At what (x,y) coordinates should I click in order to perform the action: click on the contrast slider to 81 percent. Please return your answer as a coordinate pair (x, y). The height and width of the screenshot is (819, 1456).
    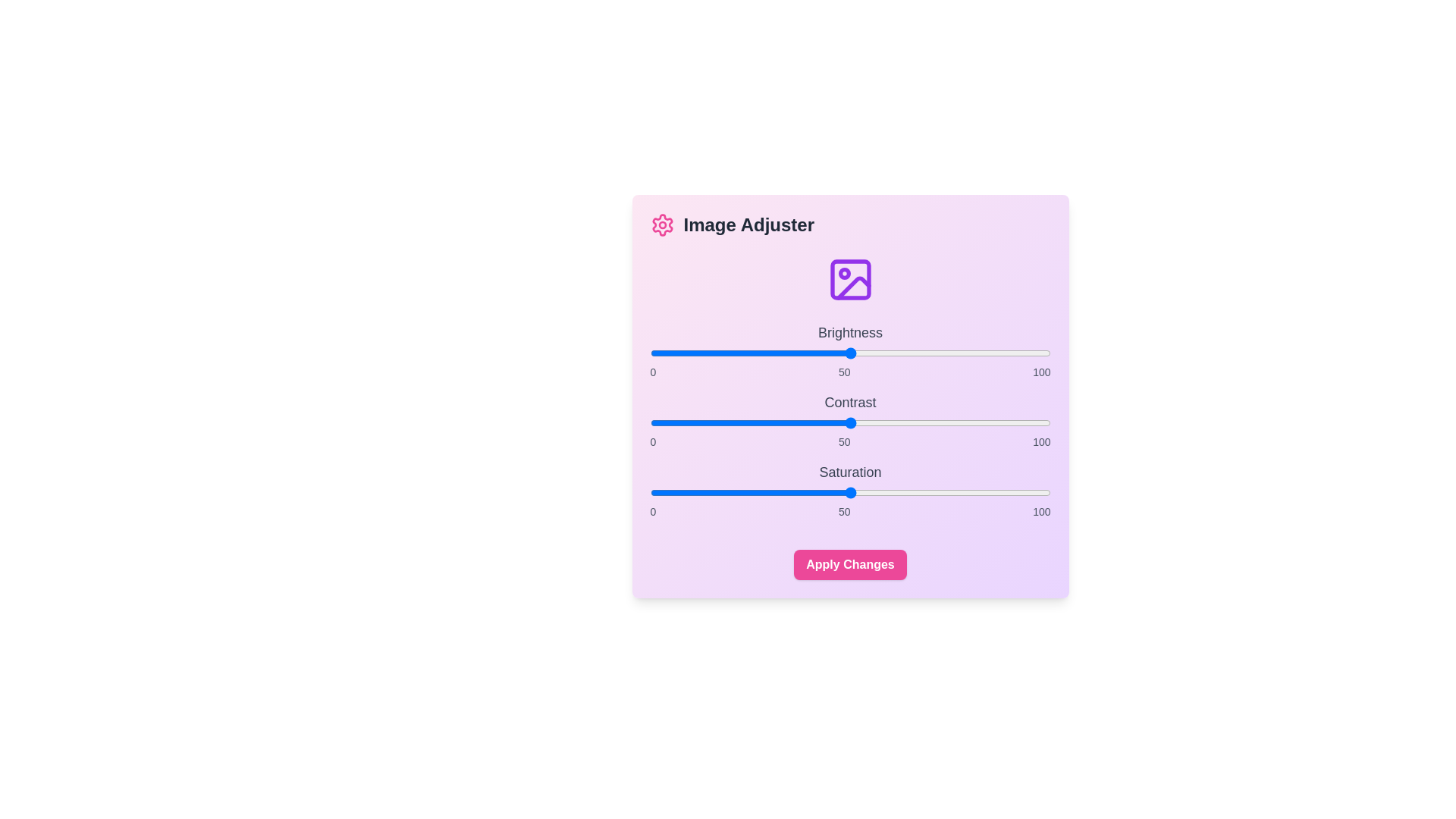
    Looking at the image, I should click on (974, 423).